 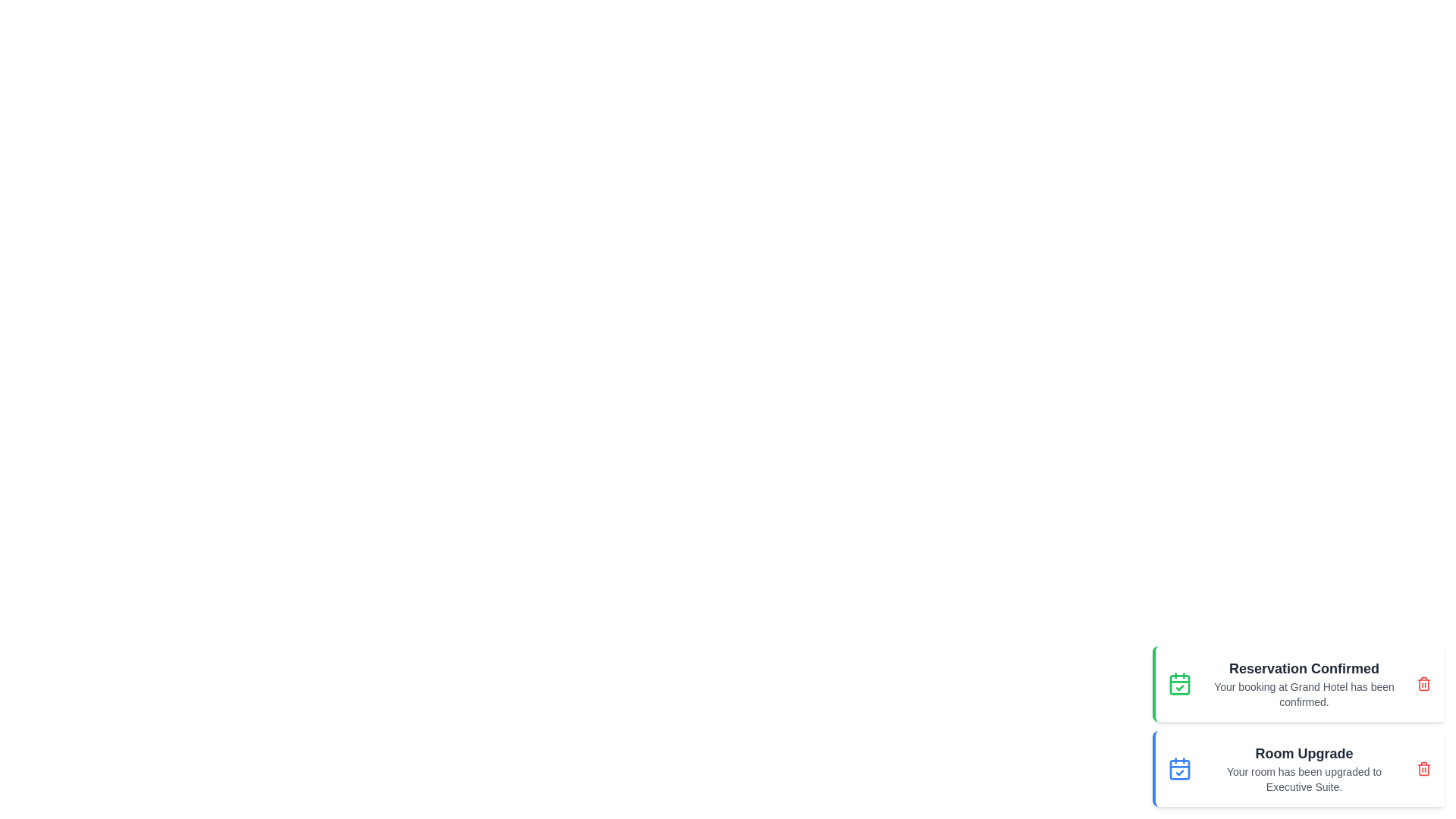 I want to click on the notification card to read its details, so click(x=1298, y=684).